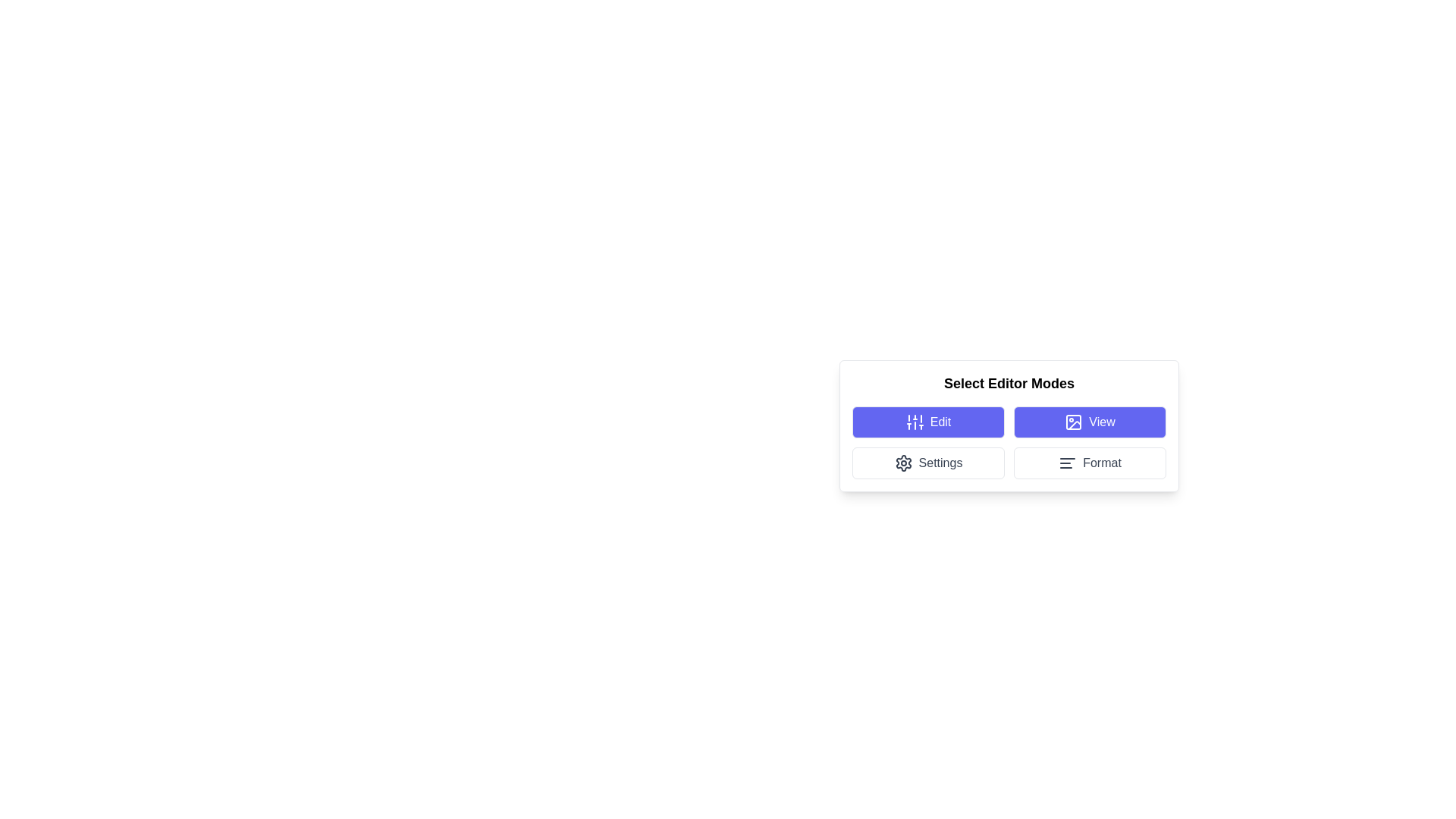 The image size is (1456, 819). I want to click on the blue 'Edit' button associated with the text label indicating that selecting this button will enable the user to enter or modify editor settings, so click(939, 422).